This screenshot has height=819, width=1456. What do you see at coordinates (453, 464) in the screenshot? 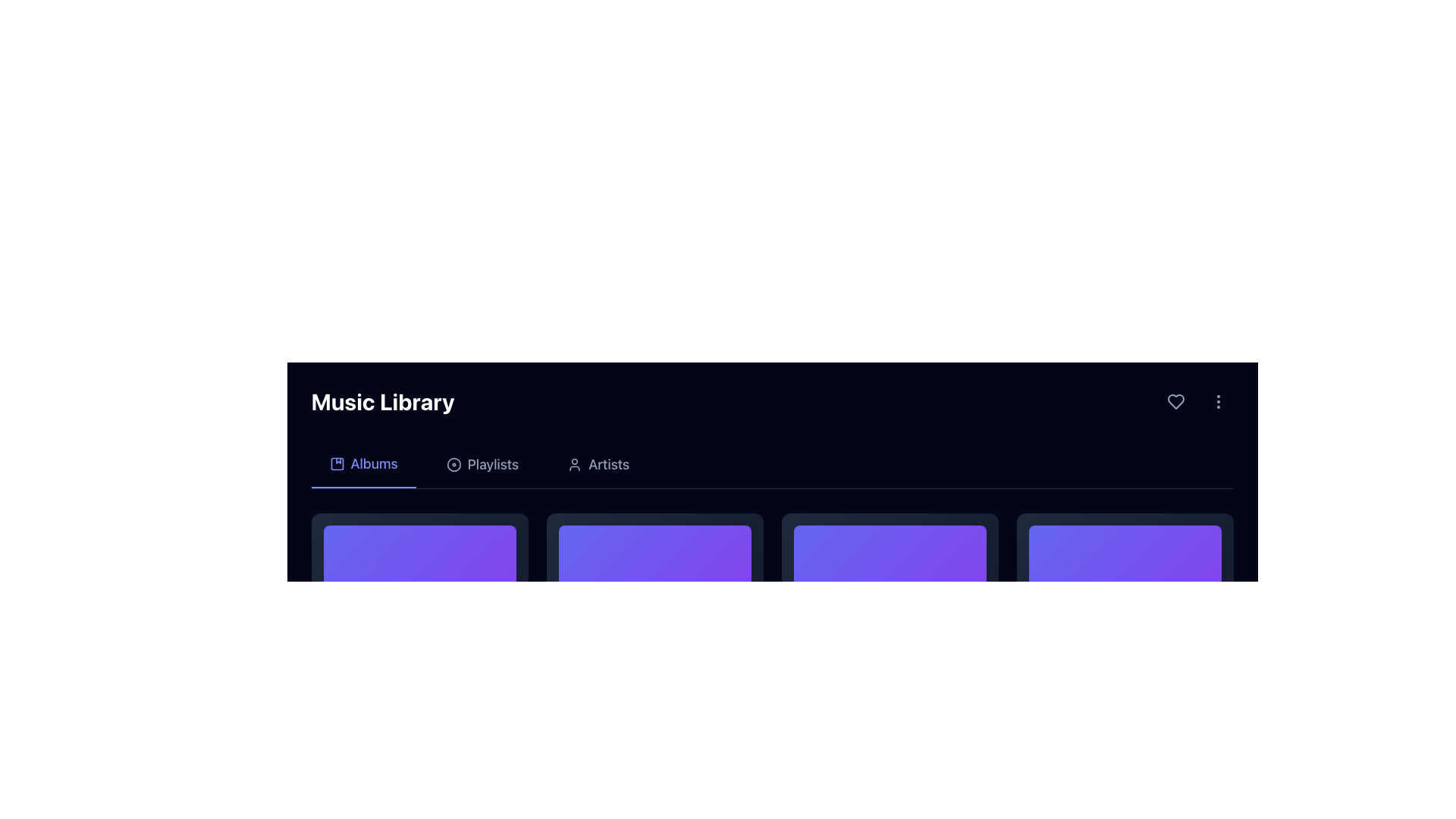
I see `the larger circular SVG graphic located in the bottom-right section of the main layout, which is part of a minimalistic icon design` at bounding box center [453, 464].